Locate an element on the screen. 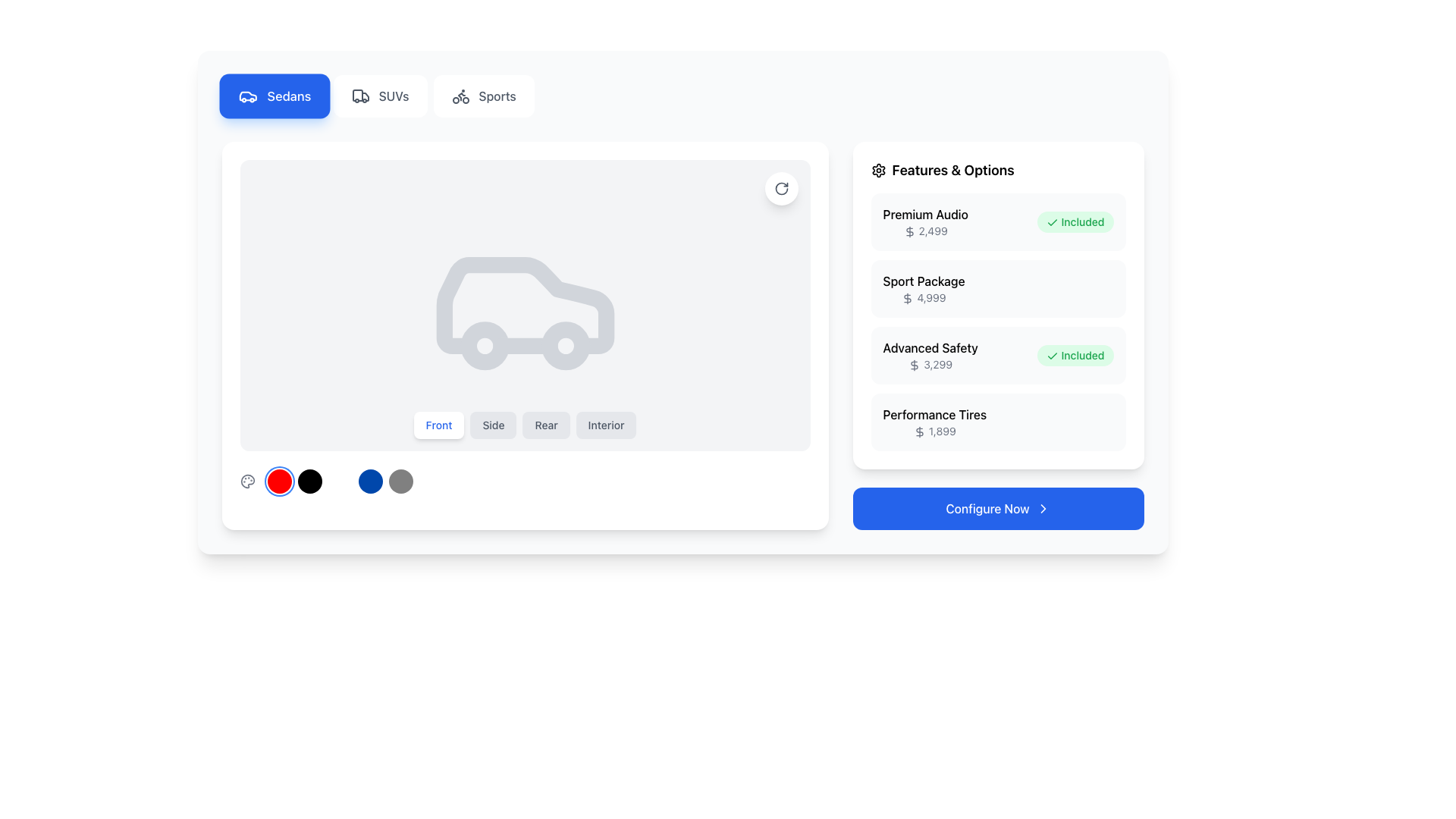  the truck icon located in the 'SUVs' tab of the horizontal navigation bar is located at coordinates (359, 96).